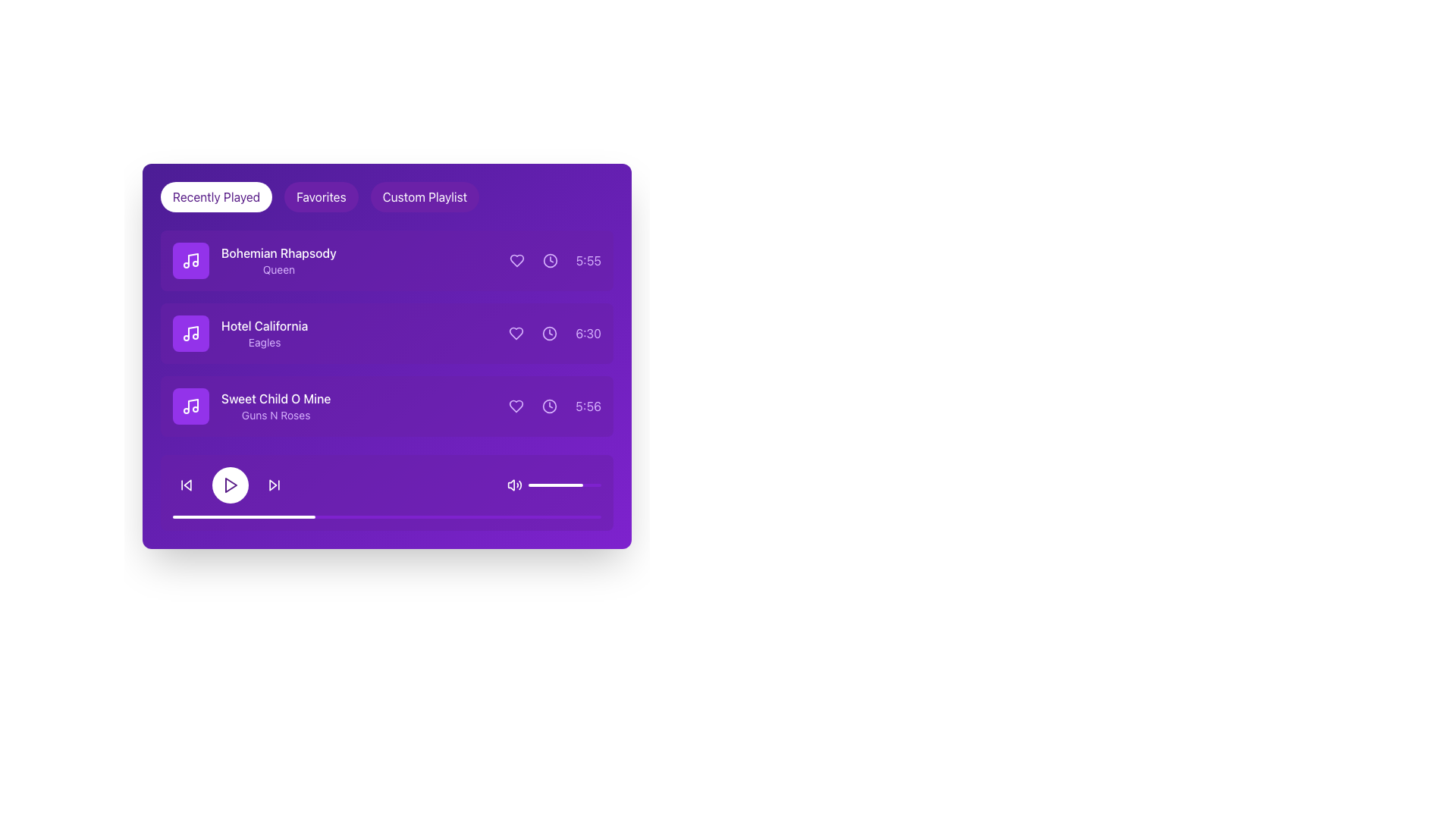  Describe the element at coordinates (549, 332) in the screenshot. I see `the SVG circle element that represents the outer circular shape of the clock icon associated with the 'Hotel California' item` at that location.